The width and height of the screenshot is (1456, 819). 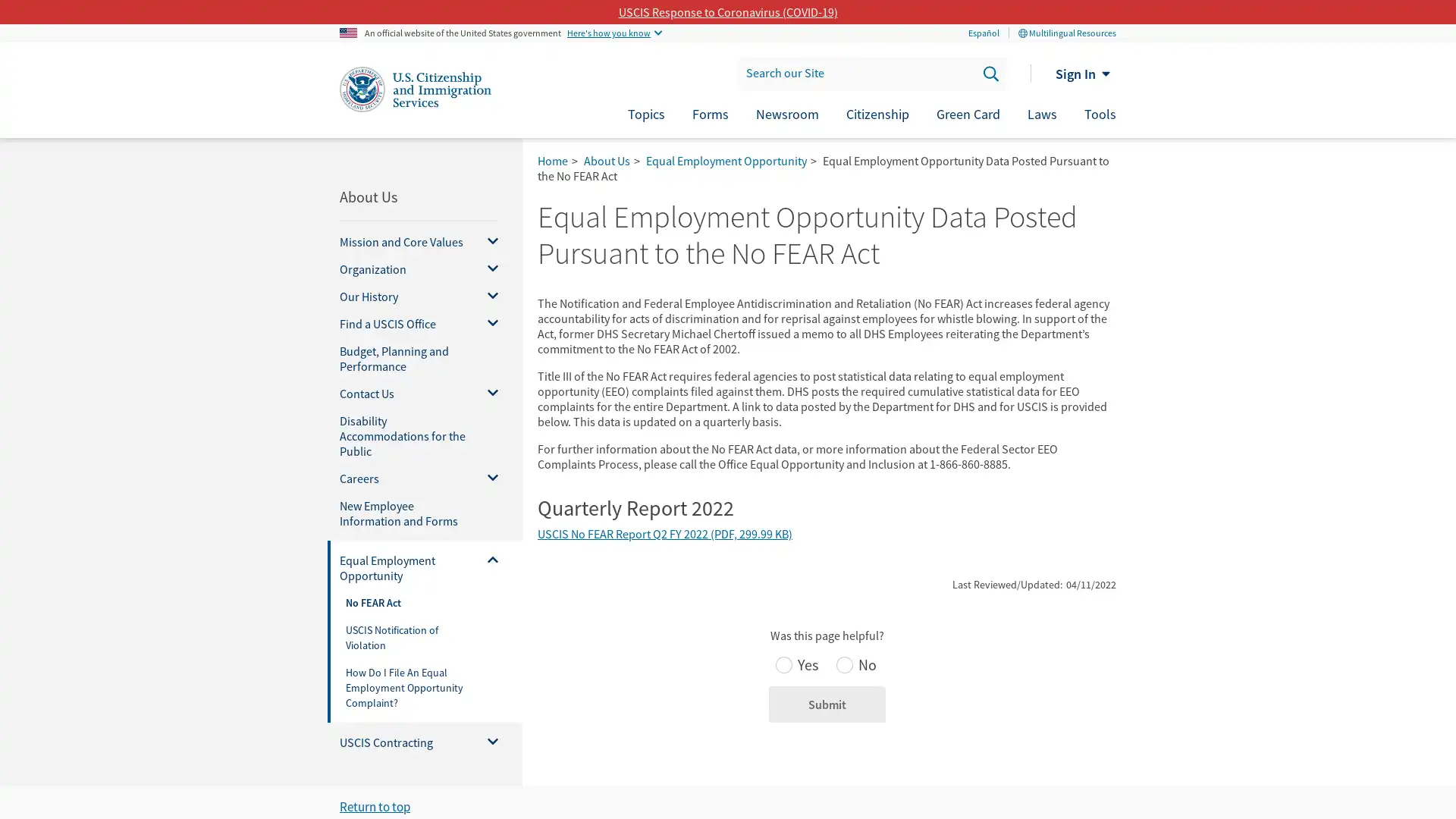 What do you see at coordinates (487, 567) in the screenshot?
I see `Toggle menu for Equal Employment Opportunity` at bounding box center [487, 567].